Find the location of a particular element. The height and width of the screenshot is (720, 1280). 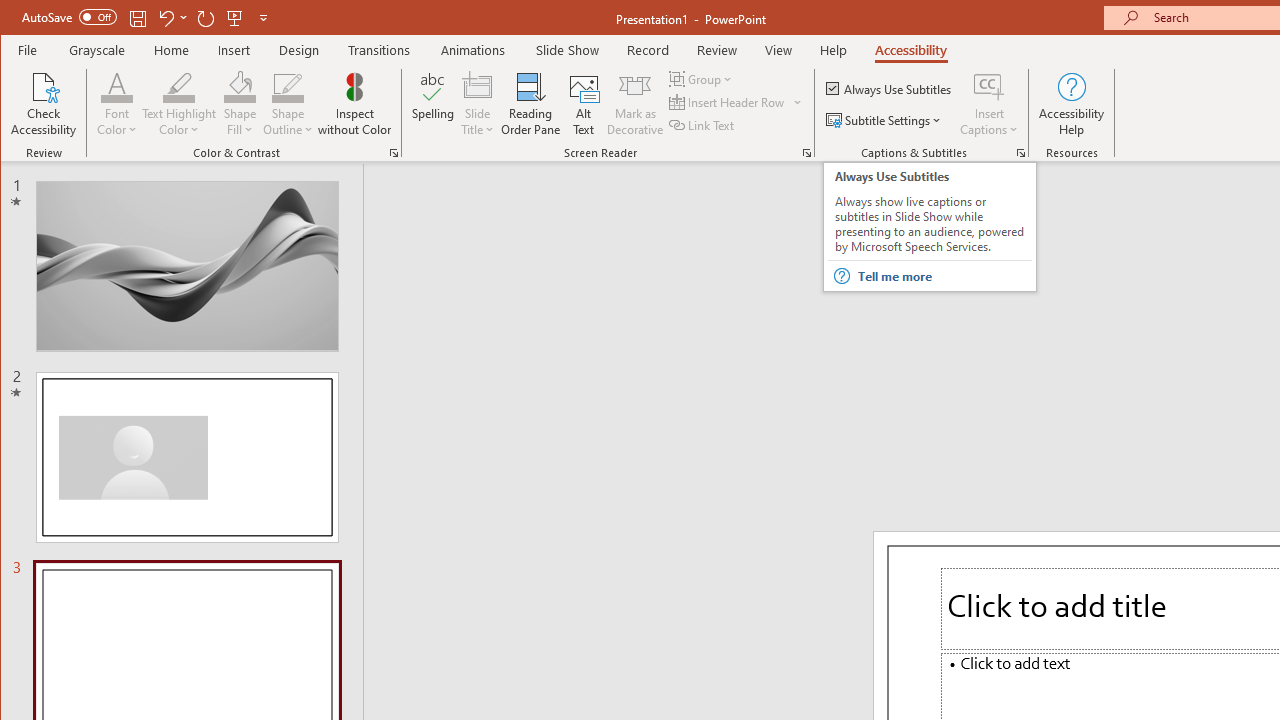

'Grayscale' is located at coordinates (96, 49).